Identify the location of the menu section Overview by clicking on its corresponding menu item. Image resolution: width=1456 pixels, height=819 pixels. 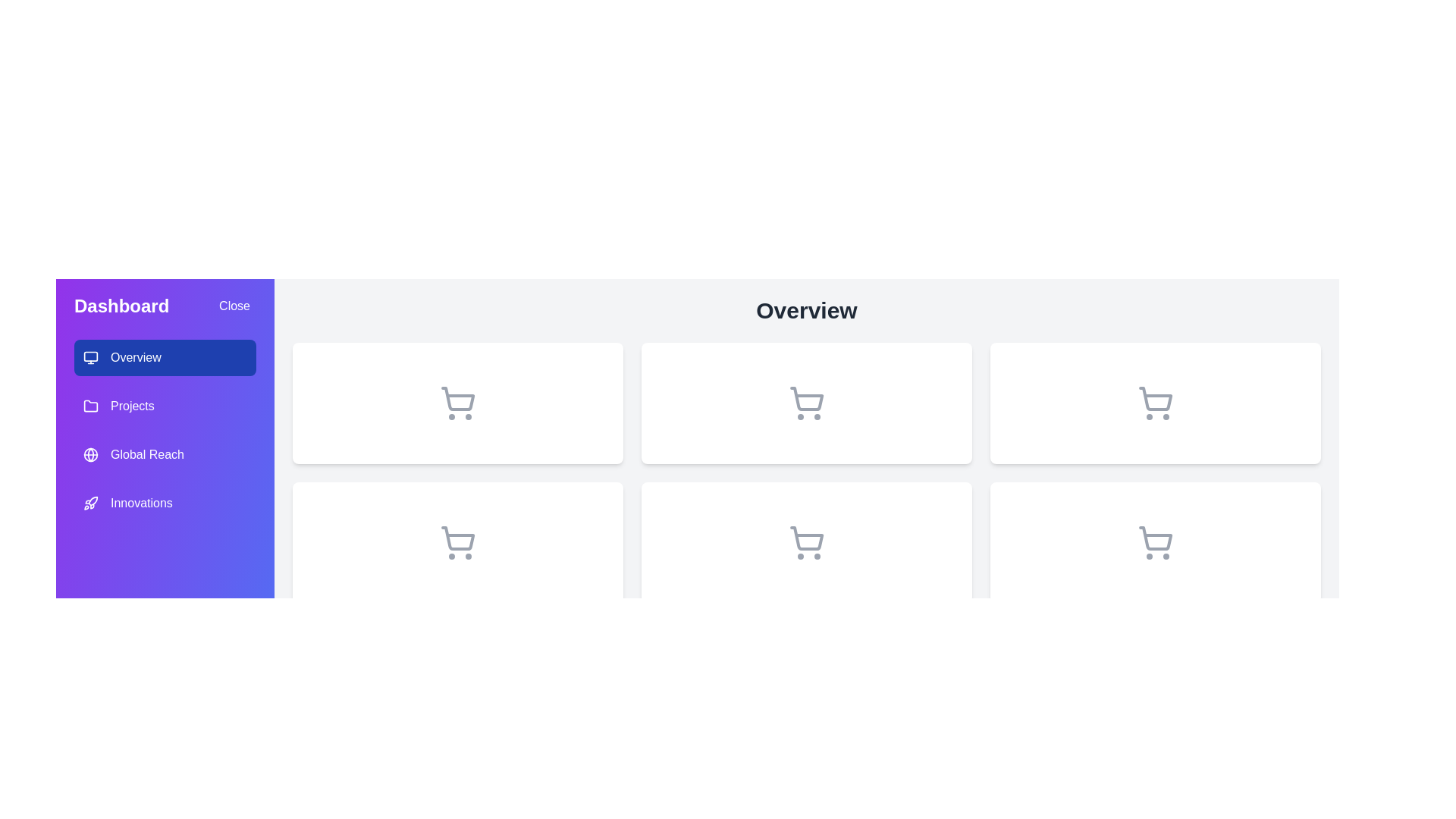
(165, 357).